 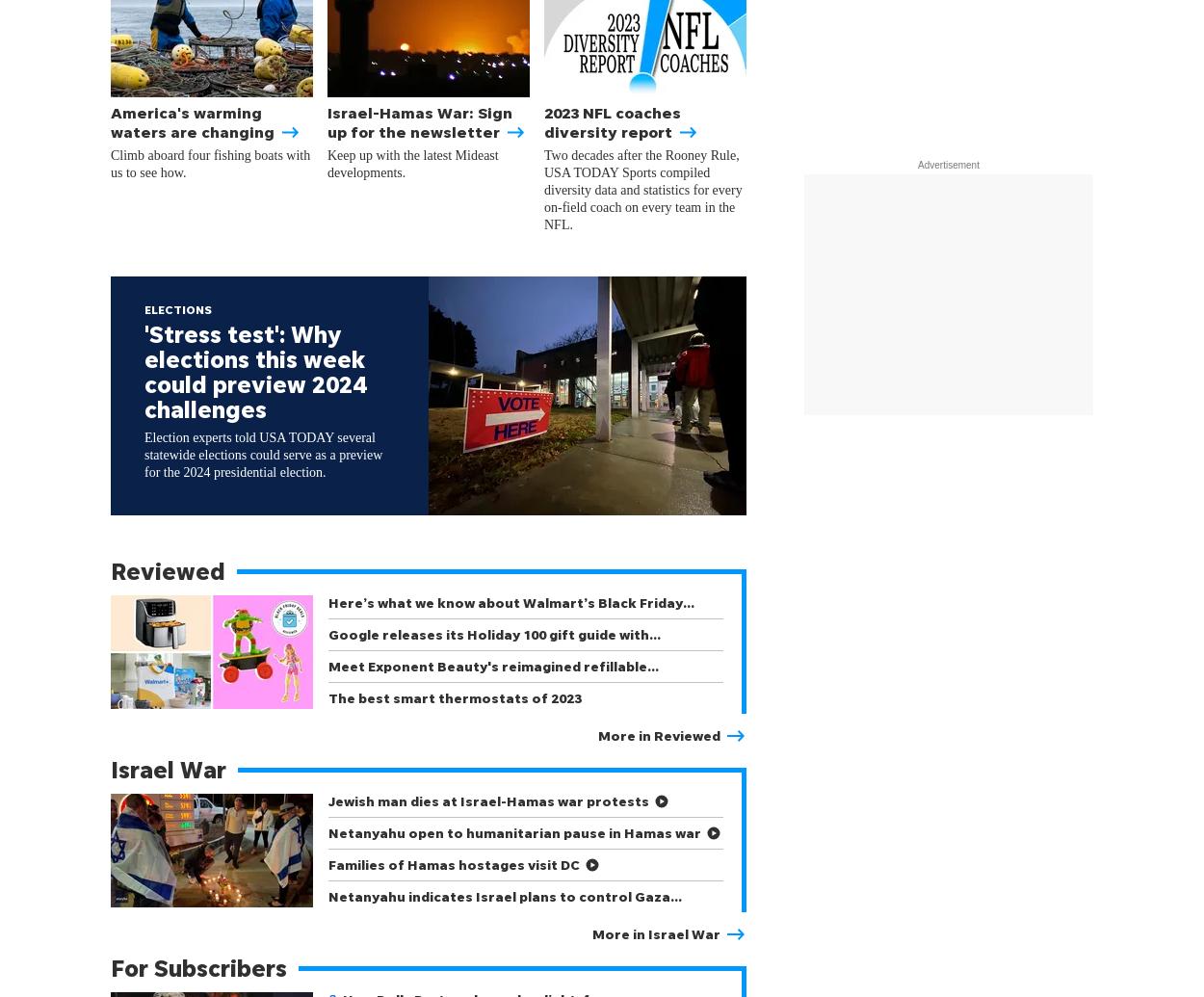 What do you see at coordinates (426, 121) in the screenshot?
I see `'Israel-Hamas War: Sign up for the newsletter'` at bounding box center [426, 121].